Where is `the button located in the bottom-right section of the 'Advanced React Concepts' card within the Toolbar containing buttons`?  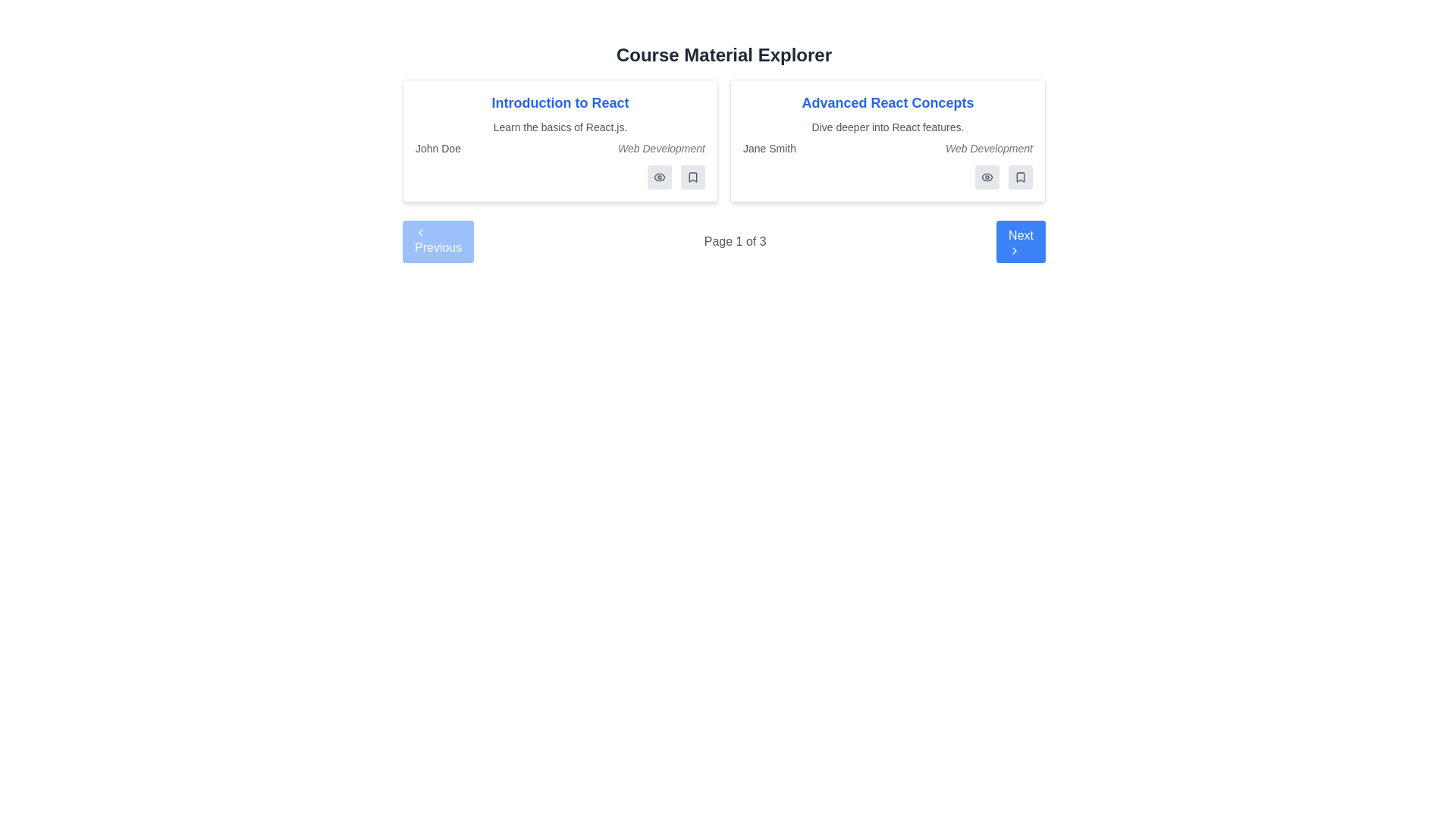
the button located in the bottom-right section of the 'Advanced React Concepts' card within the Toolbar containing buttons is located at coordinates (888, 177).